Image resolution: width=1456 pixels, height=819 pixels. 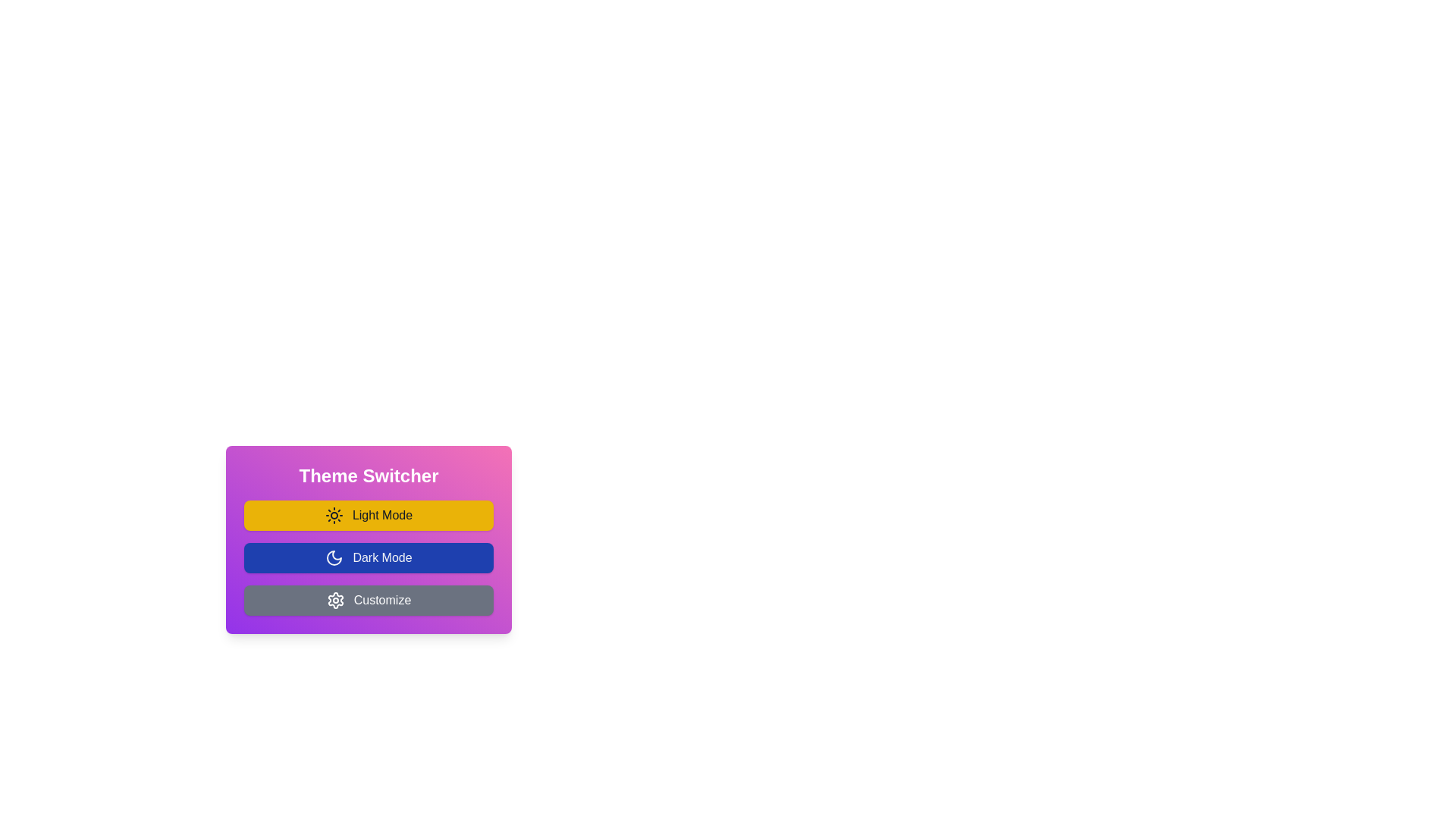 I want to click on the 'Dark Mode' button using tab navigation, so click(x=369, y=558).